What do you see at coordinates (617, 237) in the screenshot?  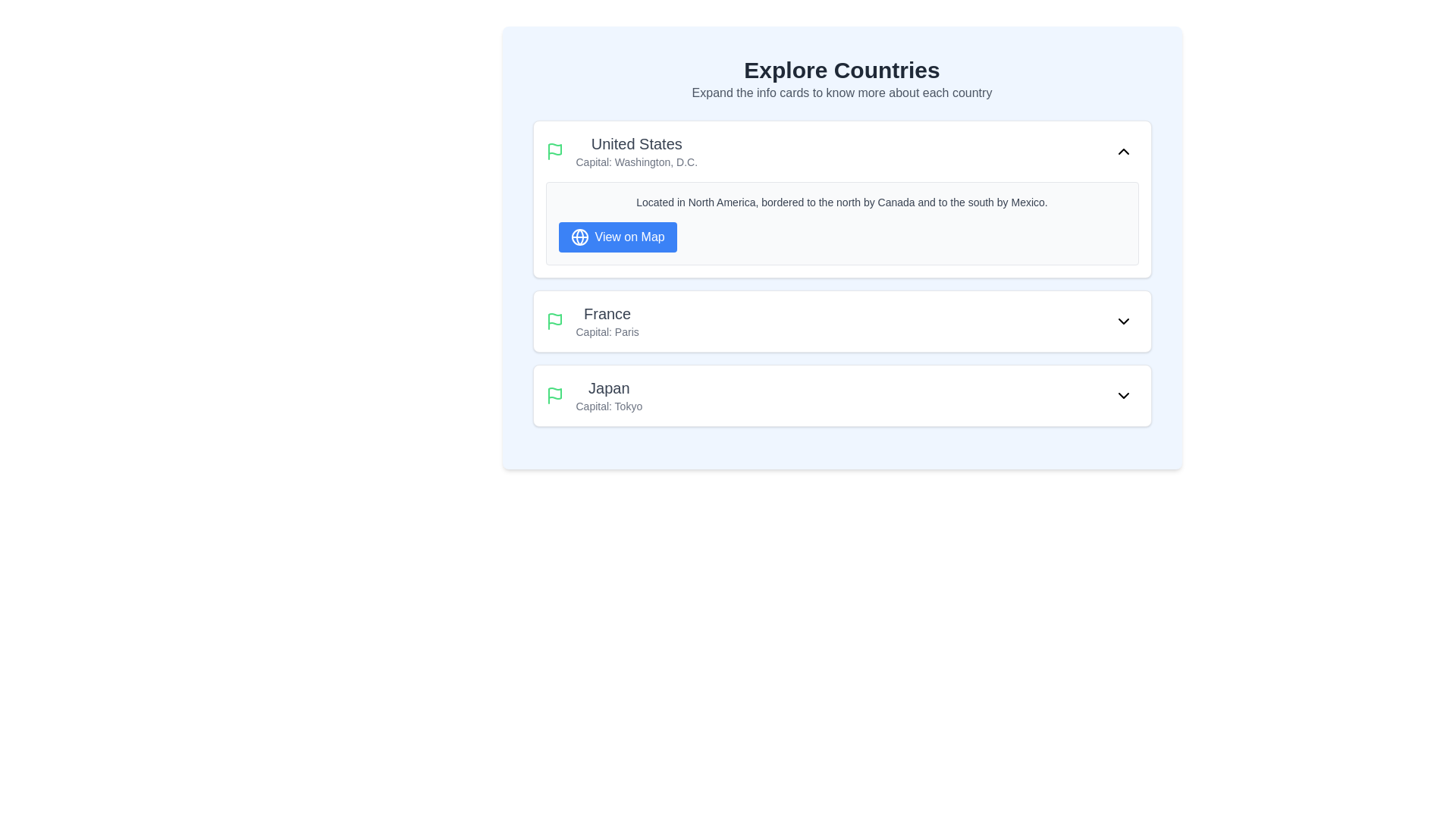 I see `the blue 'View on Map' button with a globe icon located near the bottom right corner of the United States description in the 'Explore Countries' interface` at bounding box center [617, 237].